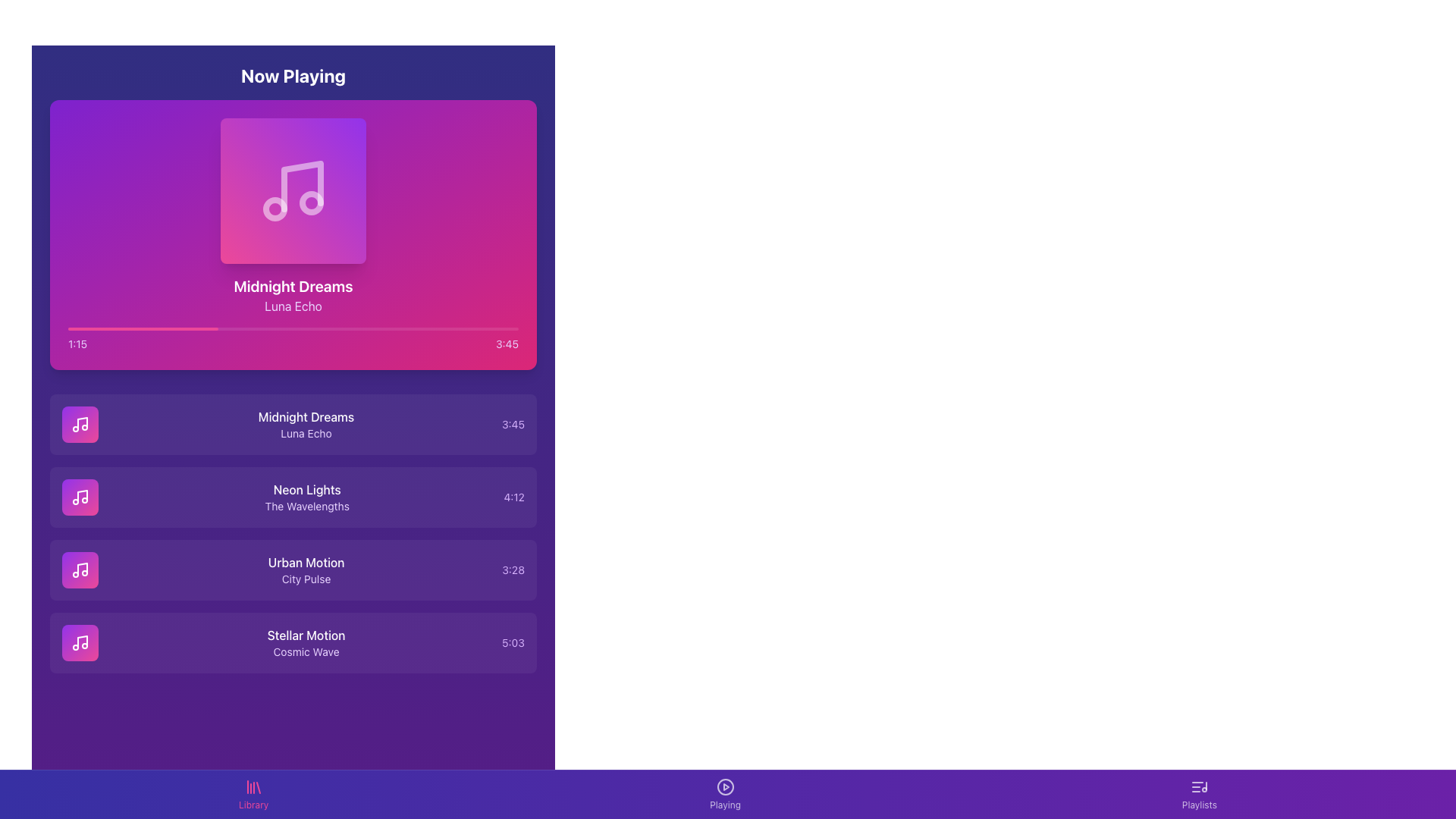 The image size is (1456, 819). I want to click on the Text label indicating the elapsed time of the currently playing track, located at the left side of the progress bar, so click(77, 344).